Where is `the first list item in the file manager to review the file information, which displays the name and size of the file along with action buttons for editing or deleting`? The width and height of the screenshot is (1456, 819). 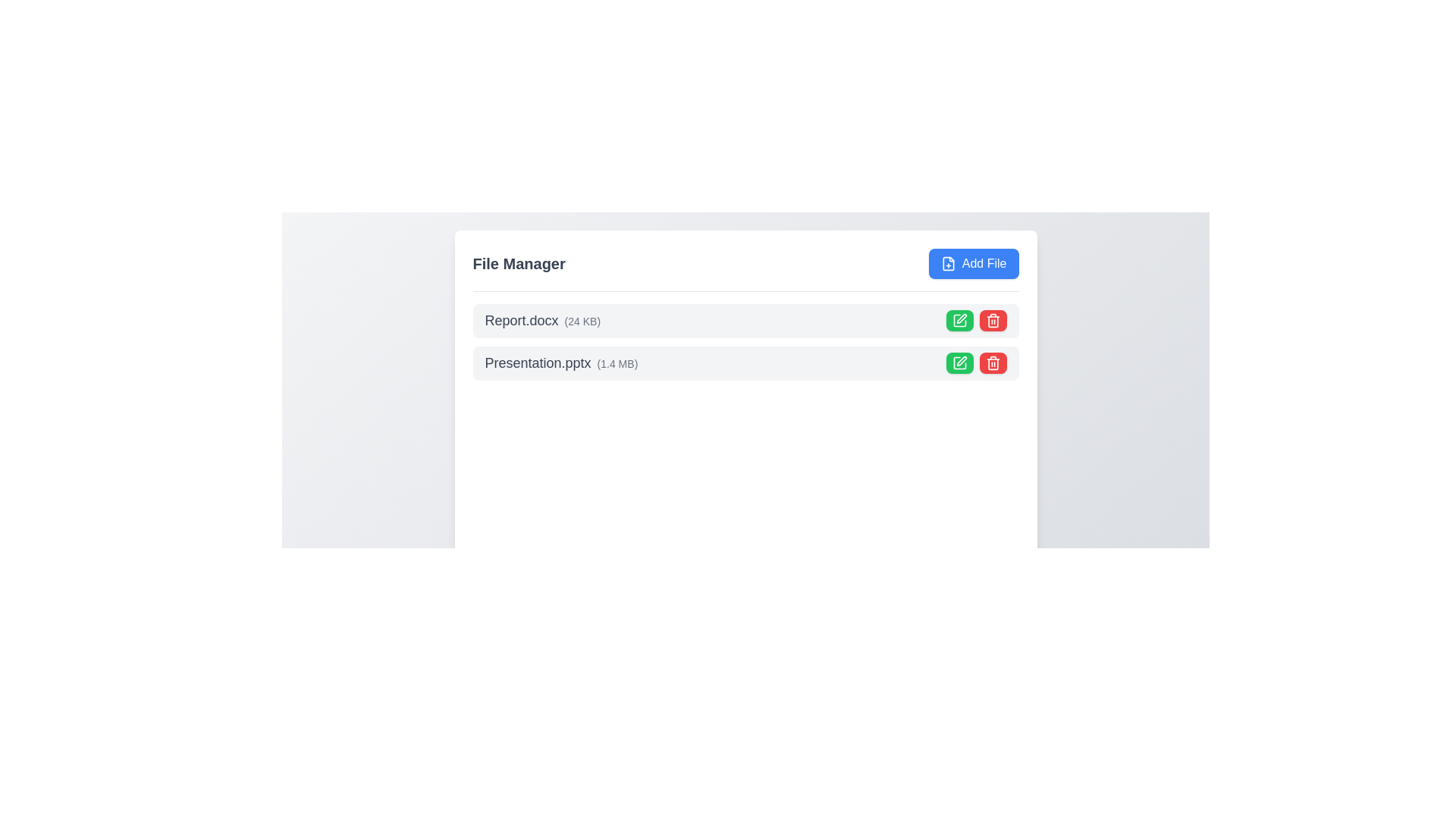
the first list item in the file manager to review the file information, which displays the name and size of the file along with action buttons for editing or deleting is located at coordinates (745, 320).